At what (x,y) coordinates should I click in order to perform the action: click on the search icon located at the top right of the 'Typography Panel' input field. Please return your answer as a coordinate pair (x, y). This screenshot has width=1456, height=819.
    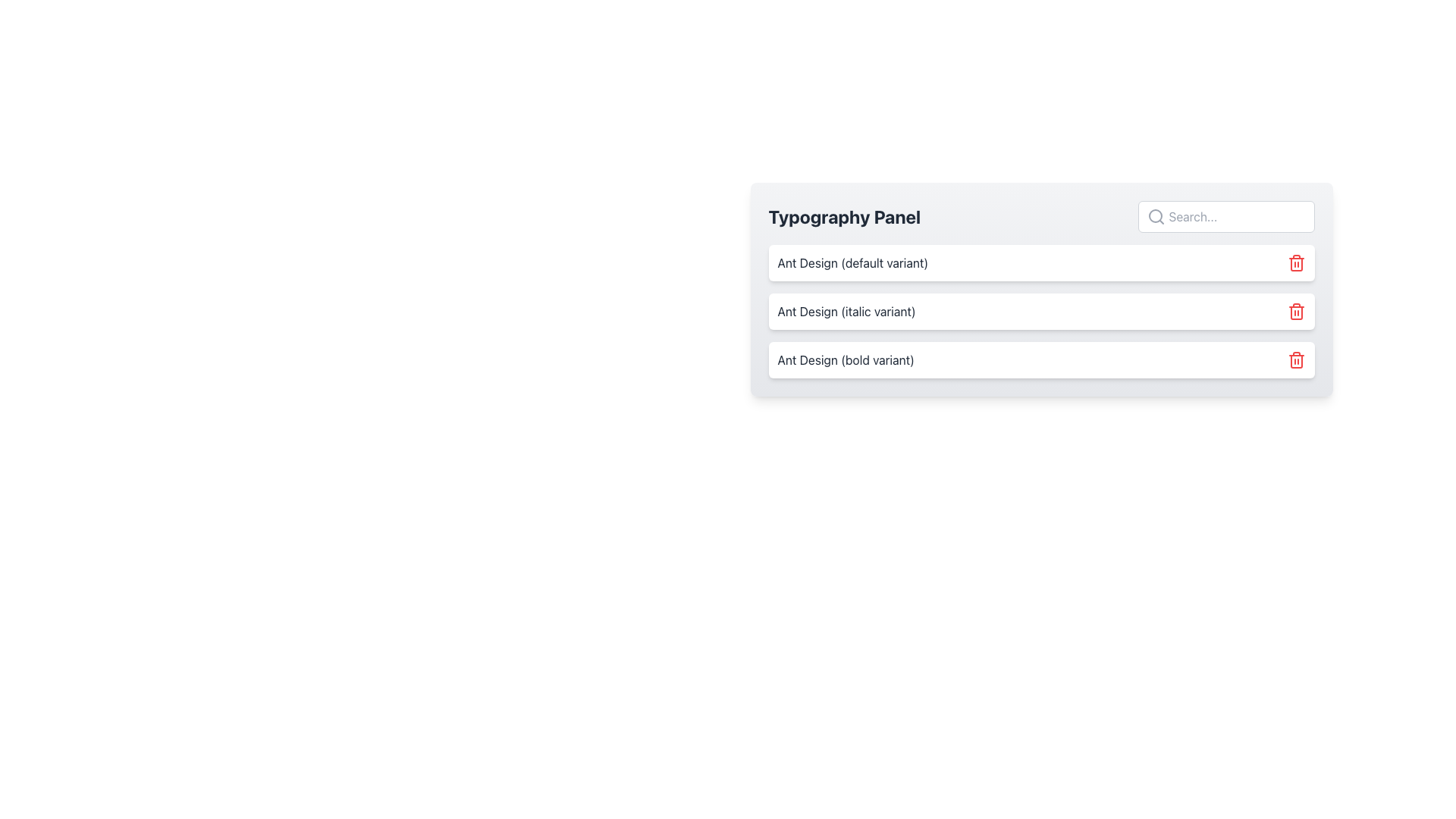
    Looking at the image, I should click on (1155, 216).